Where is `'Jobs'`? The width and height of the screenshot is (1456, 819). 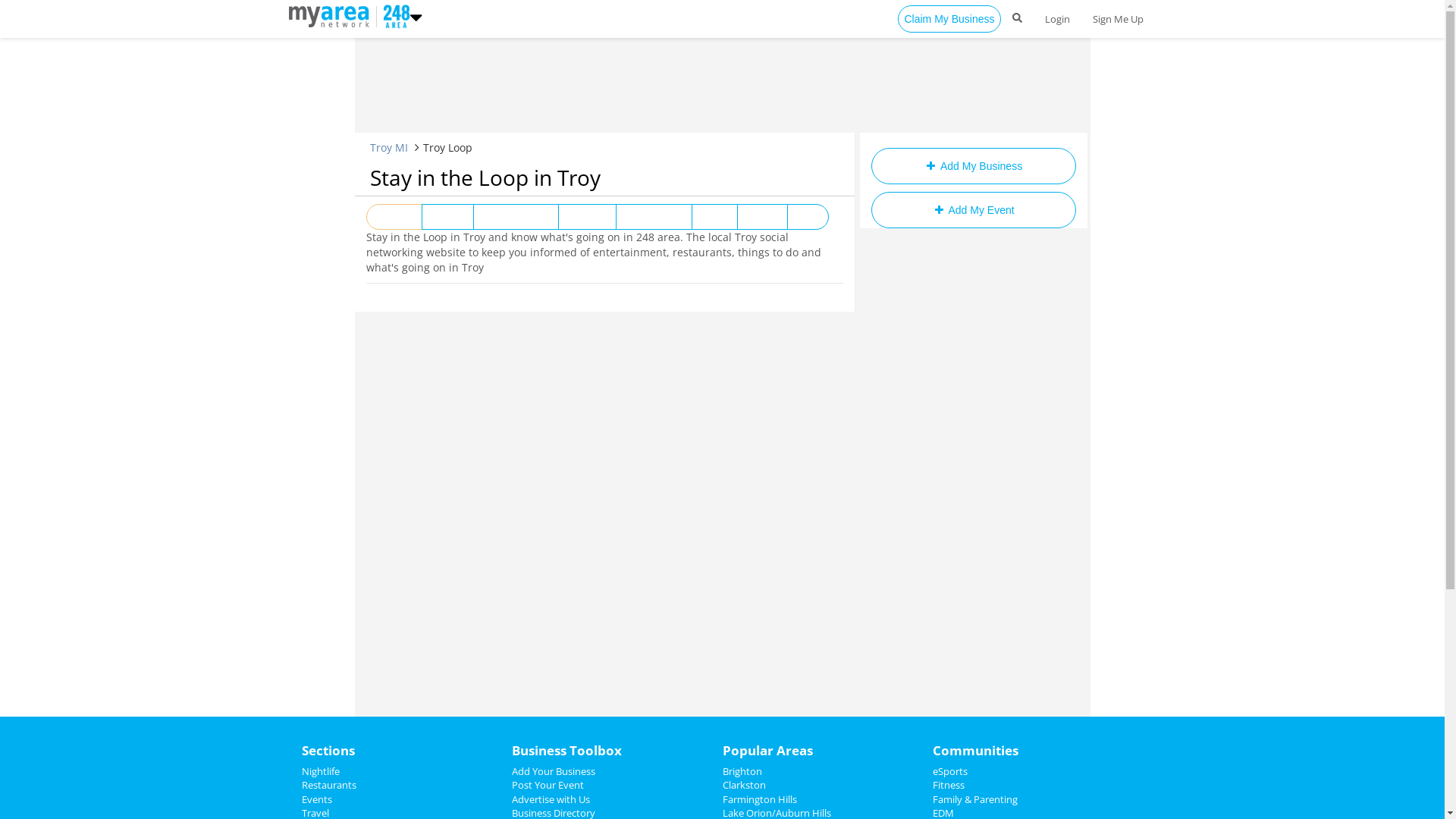
'Jobs' is located at coordinates (807, 216).